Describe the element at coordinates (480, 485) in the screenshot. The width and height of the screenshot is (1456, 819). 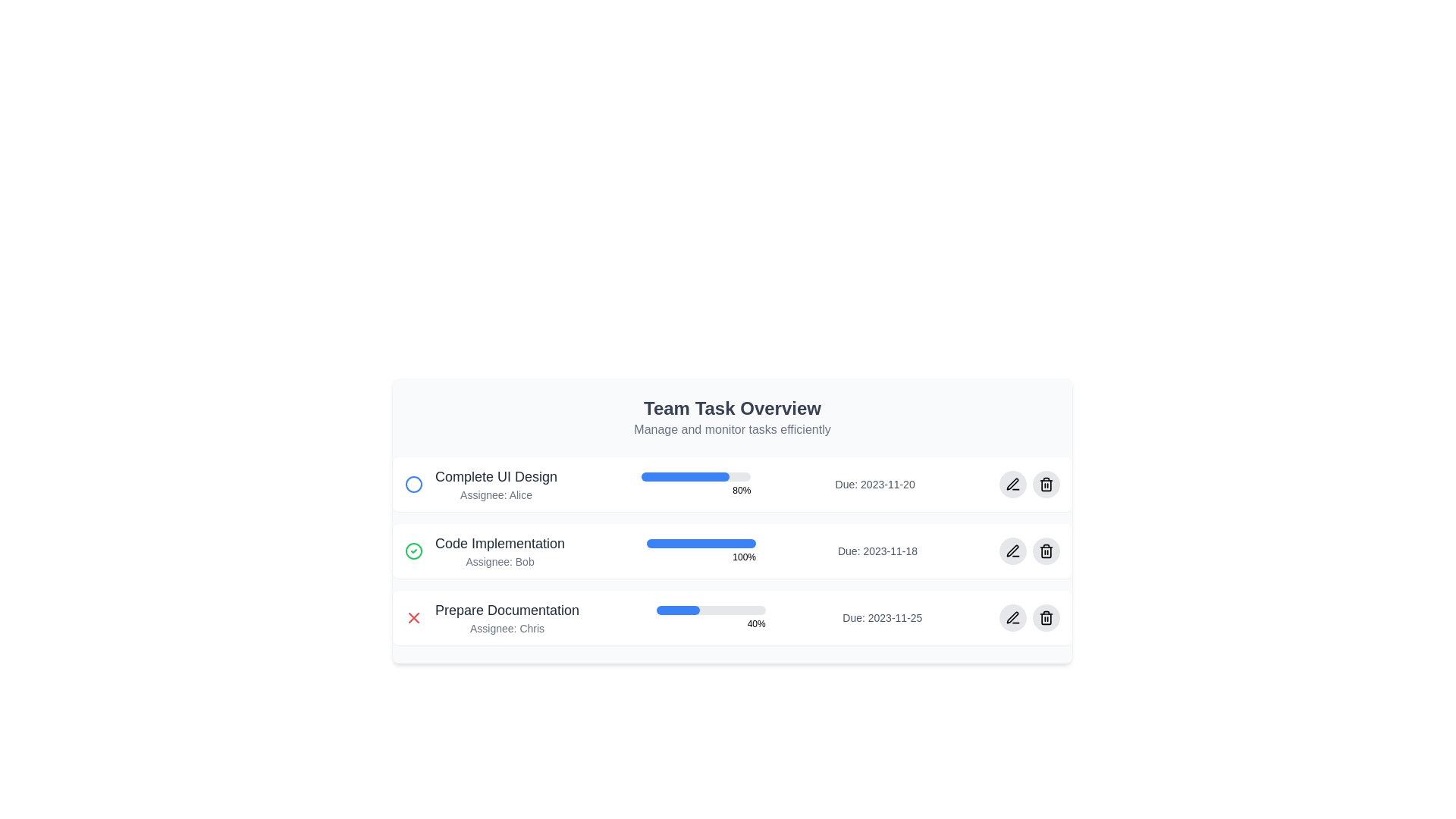
I see `the task item with the bold text 'Complete UI Design'` at that location.